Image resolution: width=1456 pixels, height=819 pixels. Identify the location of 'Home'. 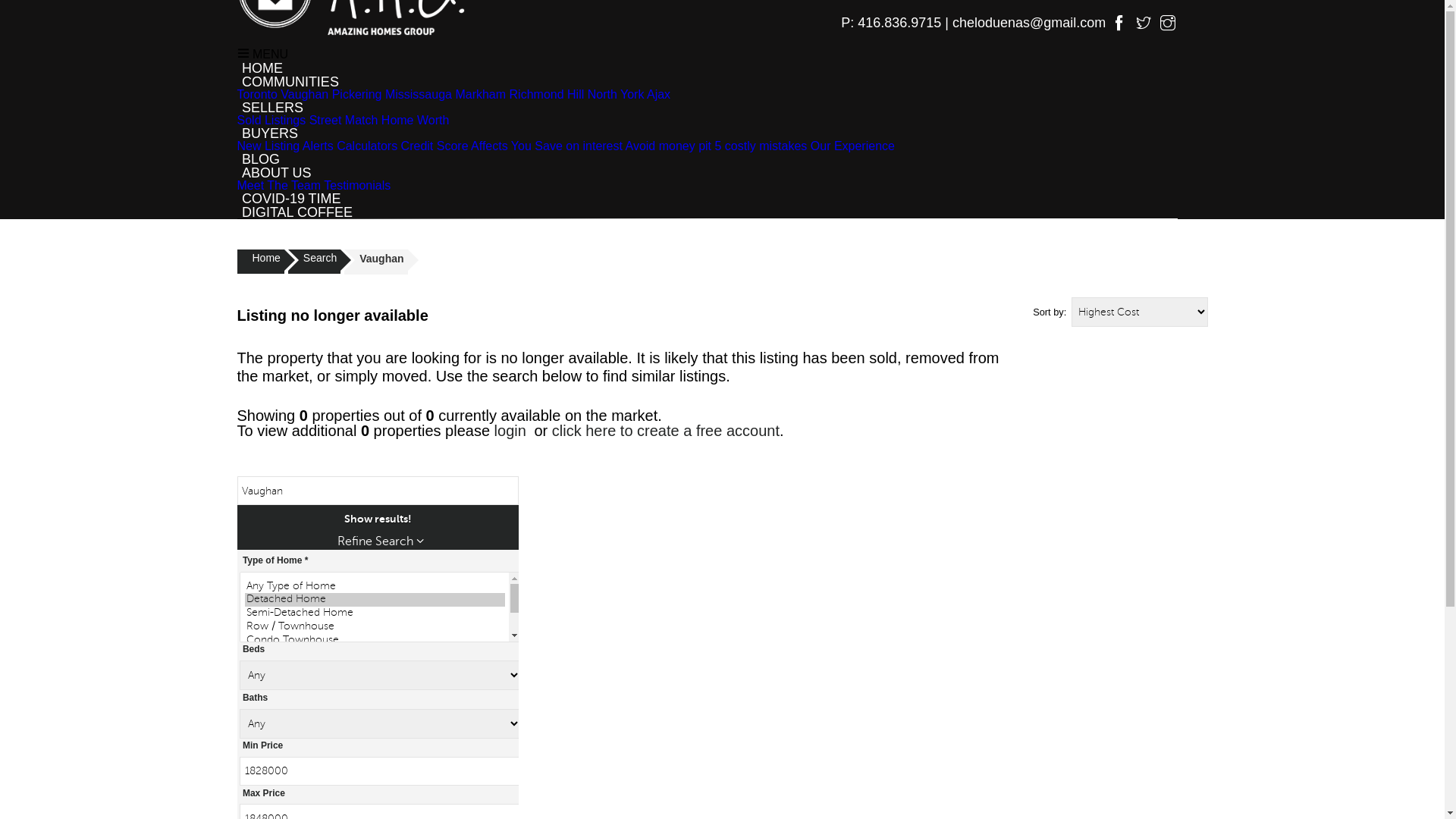
(236, 260).